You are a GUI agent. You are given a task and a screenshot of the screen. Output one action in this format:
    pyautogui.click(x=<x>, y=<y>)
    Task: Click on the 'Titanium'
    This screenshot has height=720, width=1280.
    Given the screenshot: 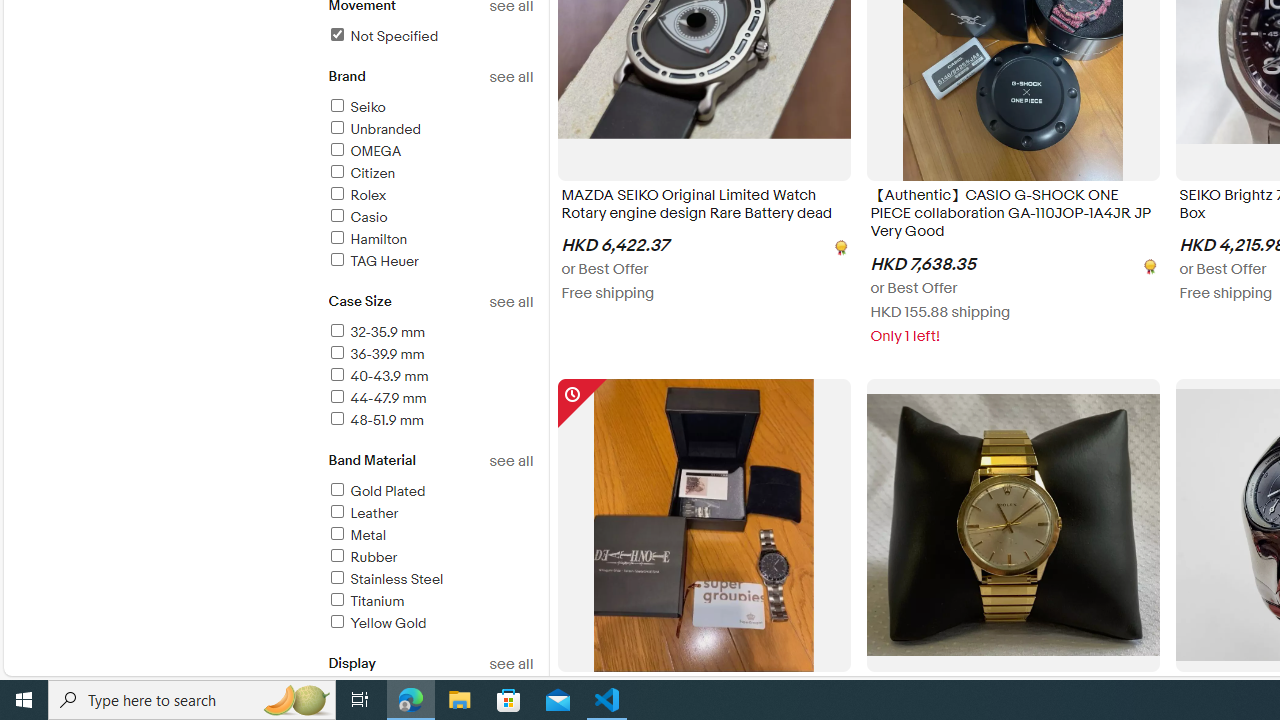 What is the action you would take?
    pyautogui.click(x=365, y=600)
    